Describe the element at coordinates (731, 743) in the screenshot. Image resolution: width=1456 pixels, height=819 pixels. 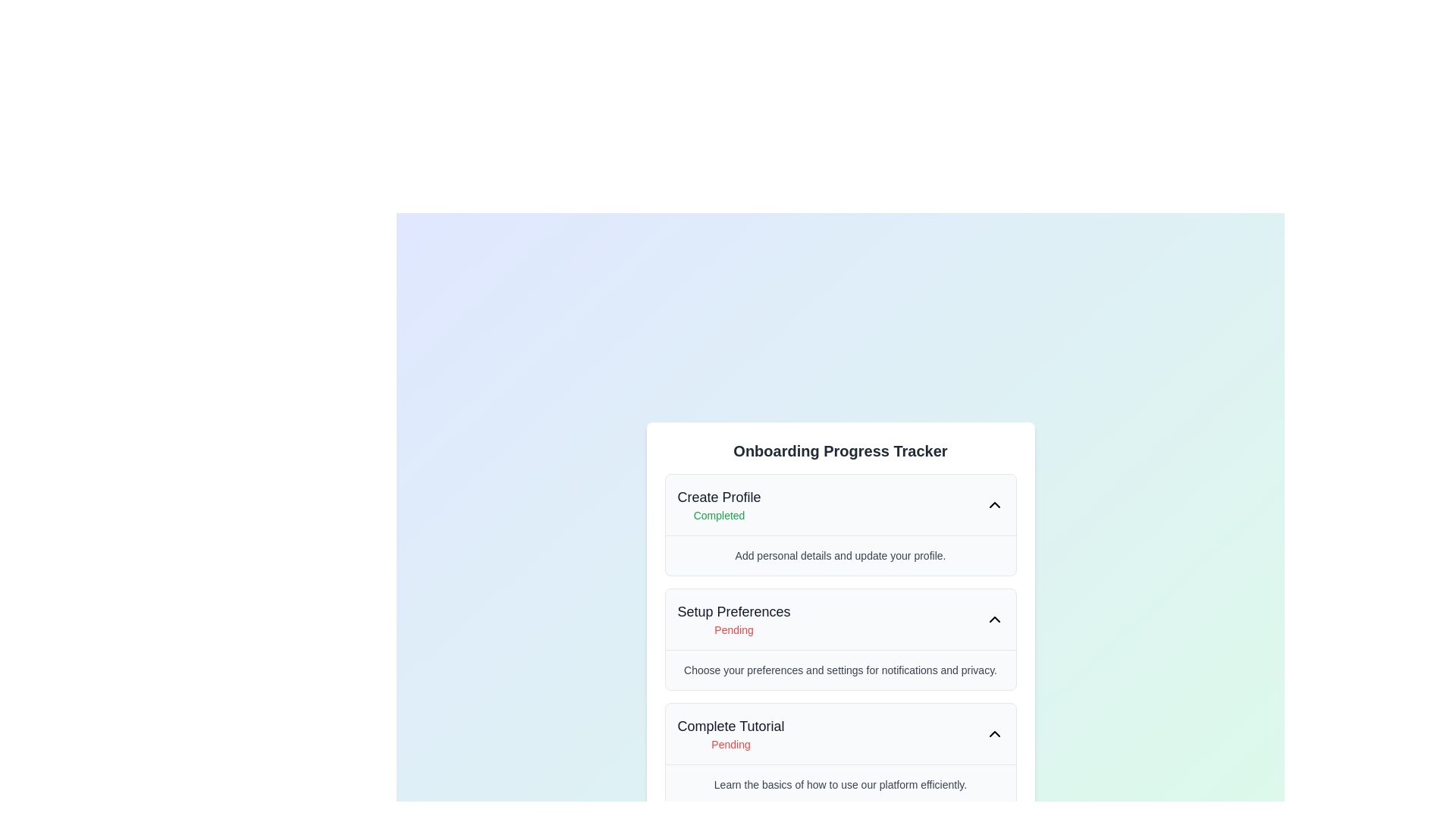
I see `the status indicator text label that denotes the 'Complete Tutorial' task is not yet completed, located in the 'Onboarding Progress Tracker' interface` at that location.